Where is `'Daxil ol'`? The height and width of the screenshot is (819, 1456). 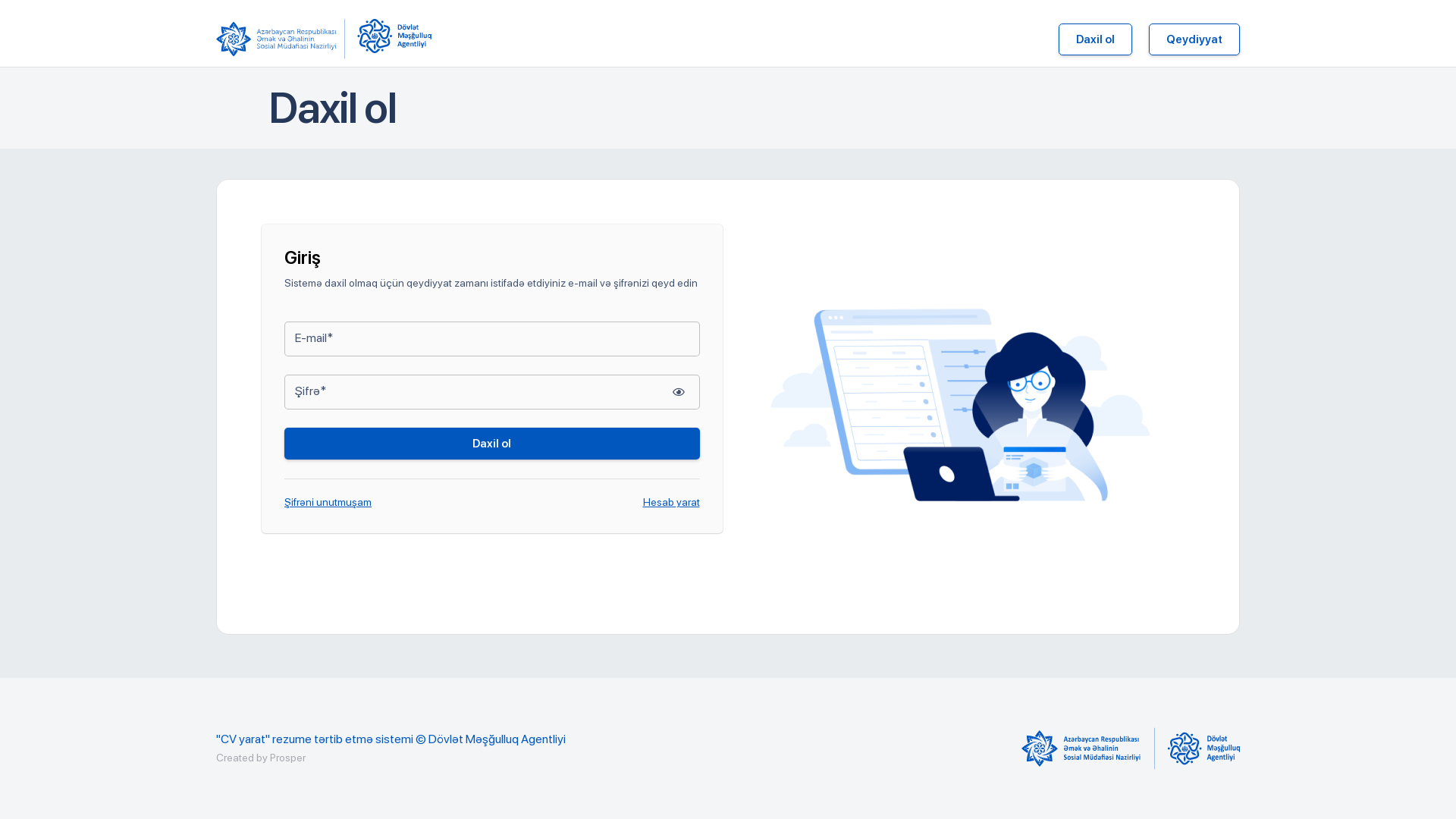 'Daxil ol' is located at coordinates (1058, 38).